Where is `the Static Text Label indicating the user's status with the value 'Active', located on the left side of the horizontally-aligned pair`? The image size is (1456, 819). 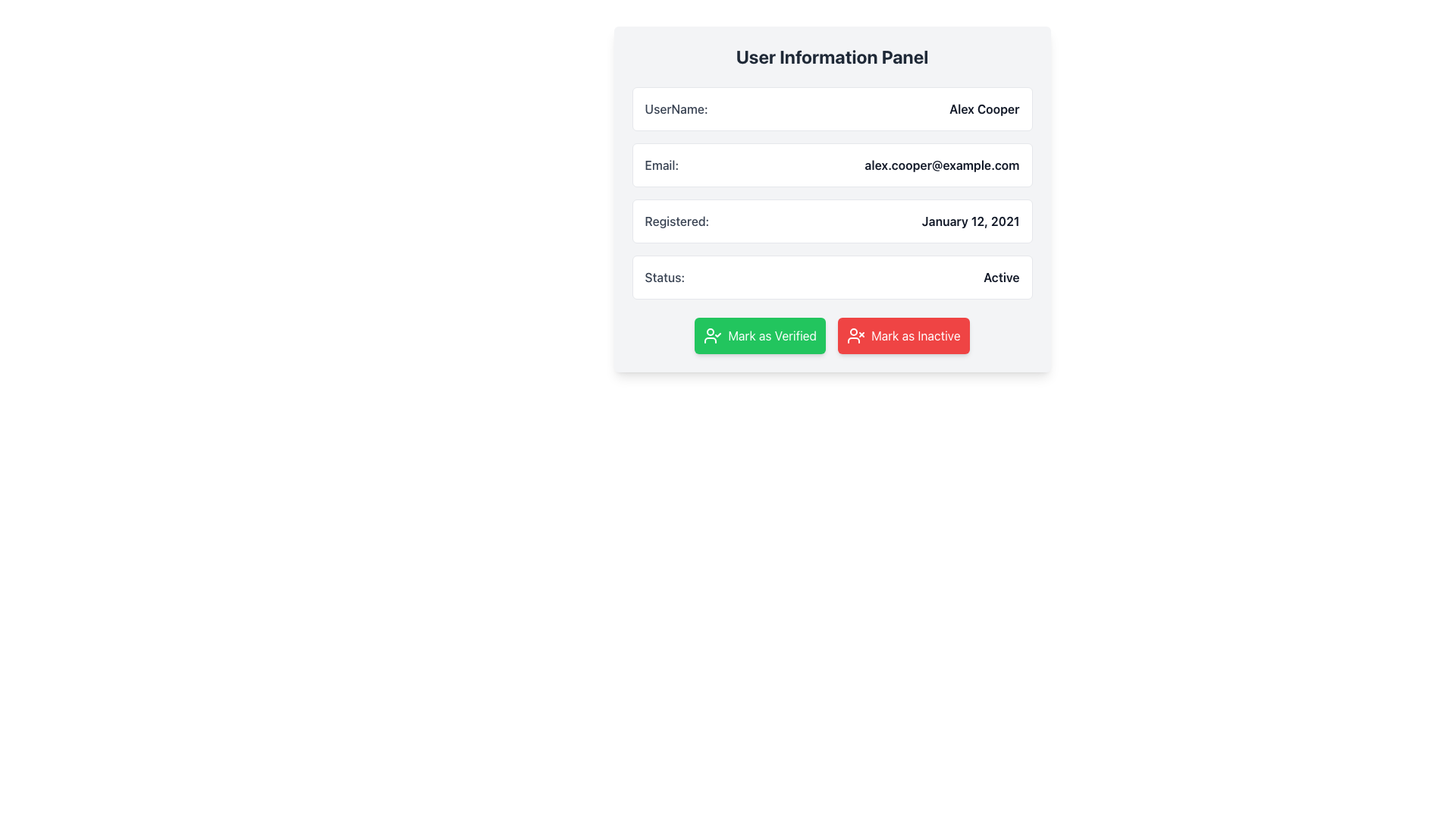 the Static Text Label indicating the user's status with the value 'Active', located on the left side of the horizontally-aligned pair is located at coordinates (664, 278).